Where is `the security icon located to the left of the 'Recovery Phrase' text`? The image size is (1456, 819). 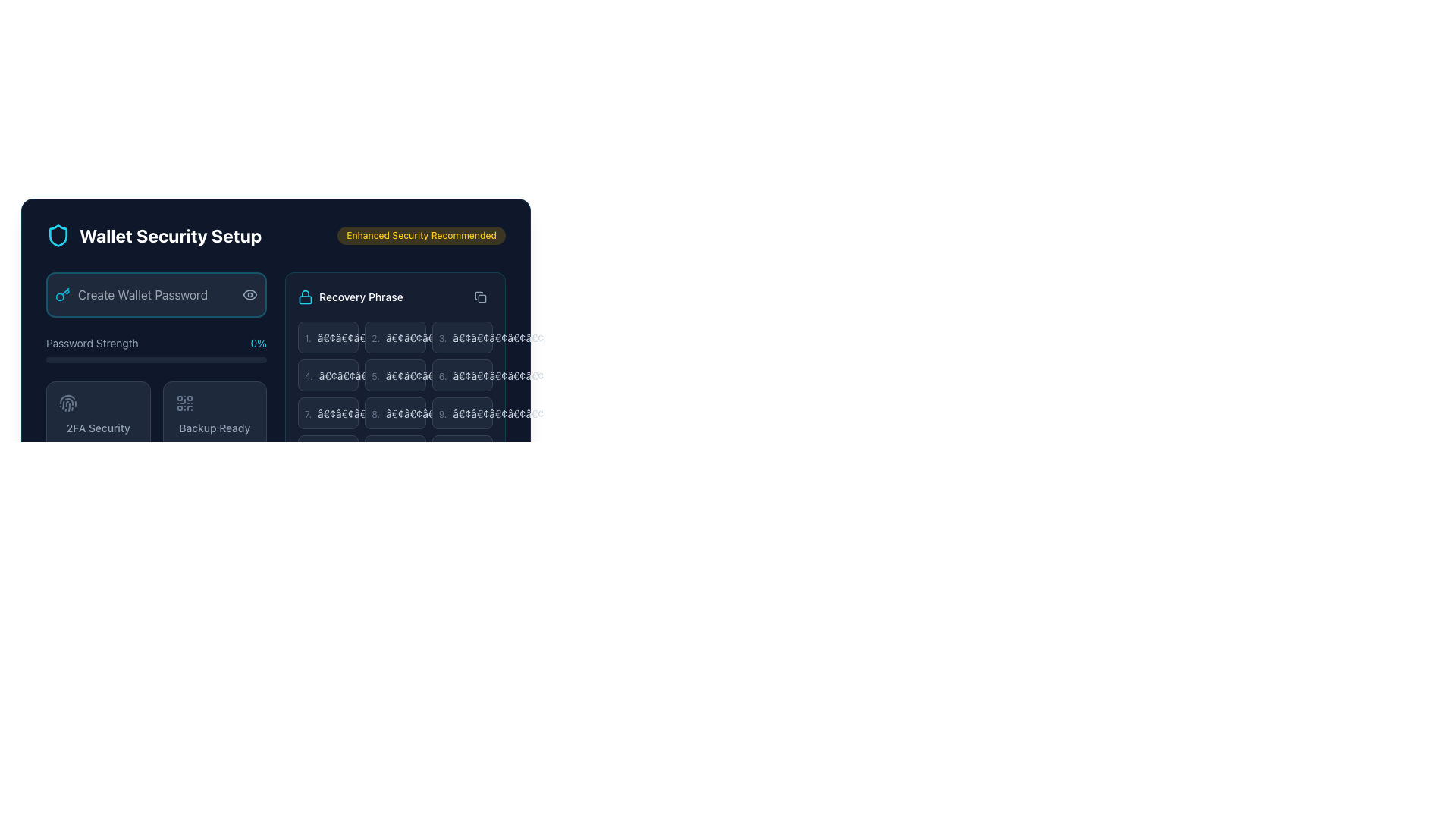
the security icon located to the left of the 'Recovery Phrase' text is located at coordinates (305, 297).